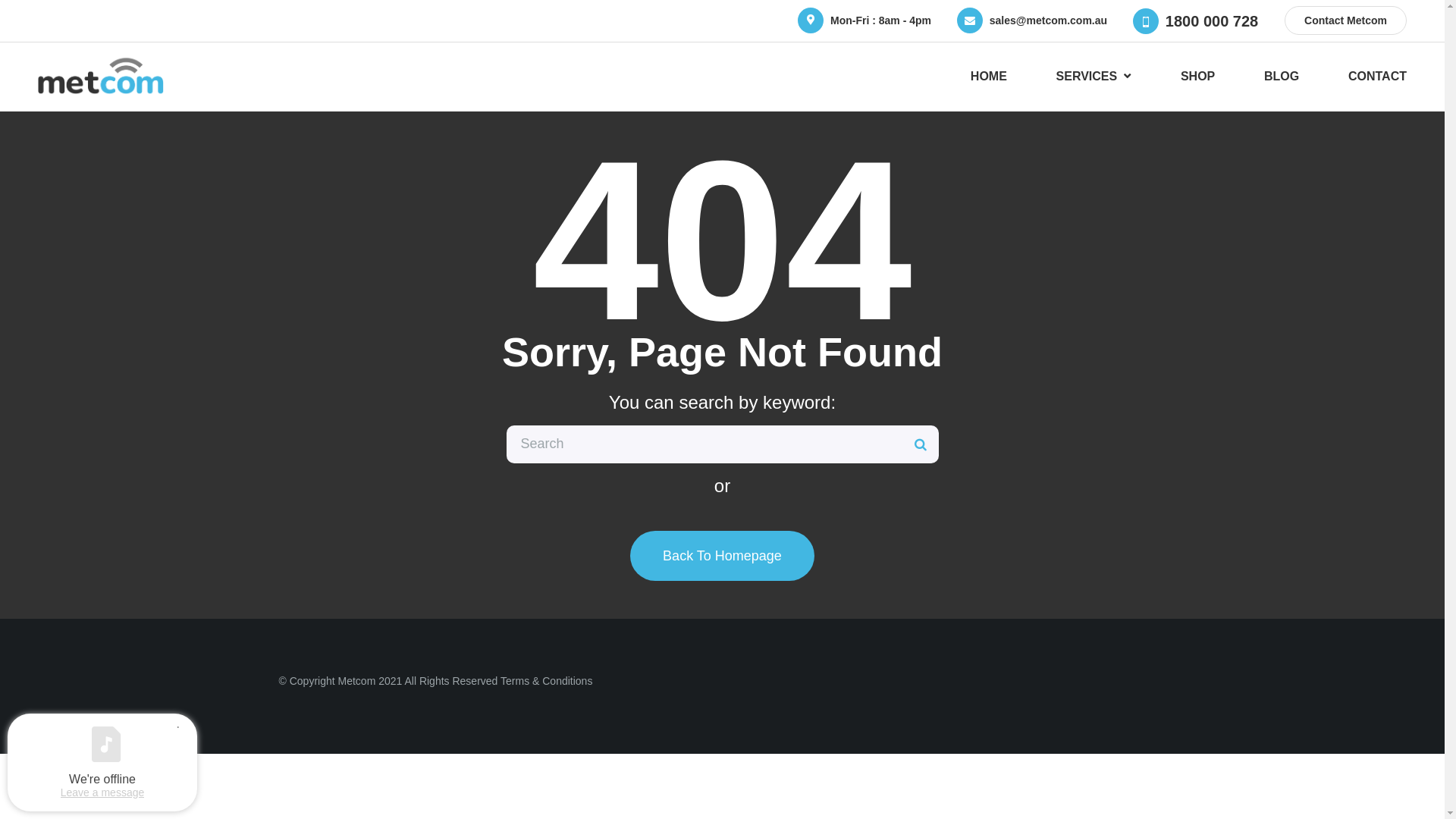 This screenshot has width=1456, height=819. I want to click on 'sales@metcom.com.au', so click(990, 20).